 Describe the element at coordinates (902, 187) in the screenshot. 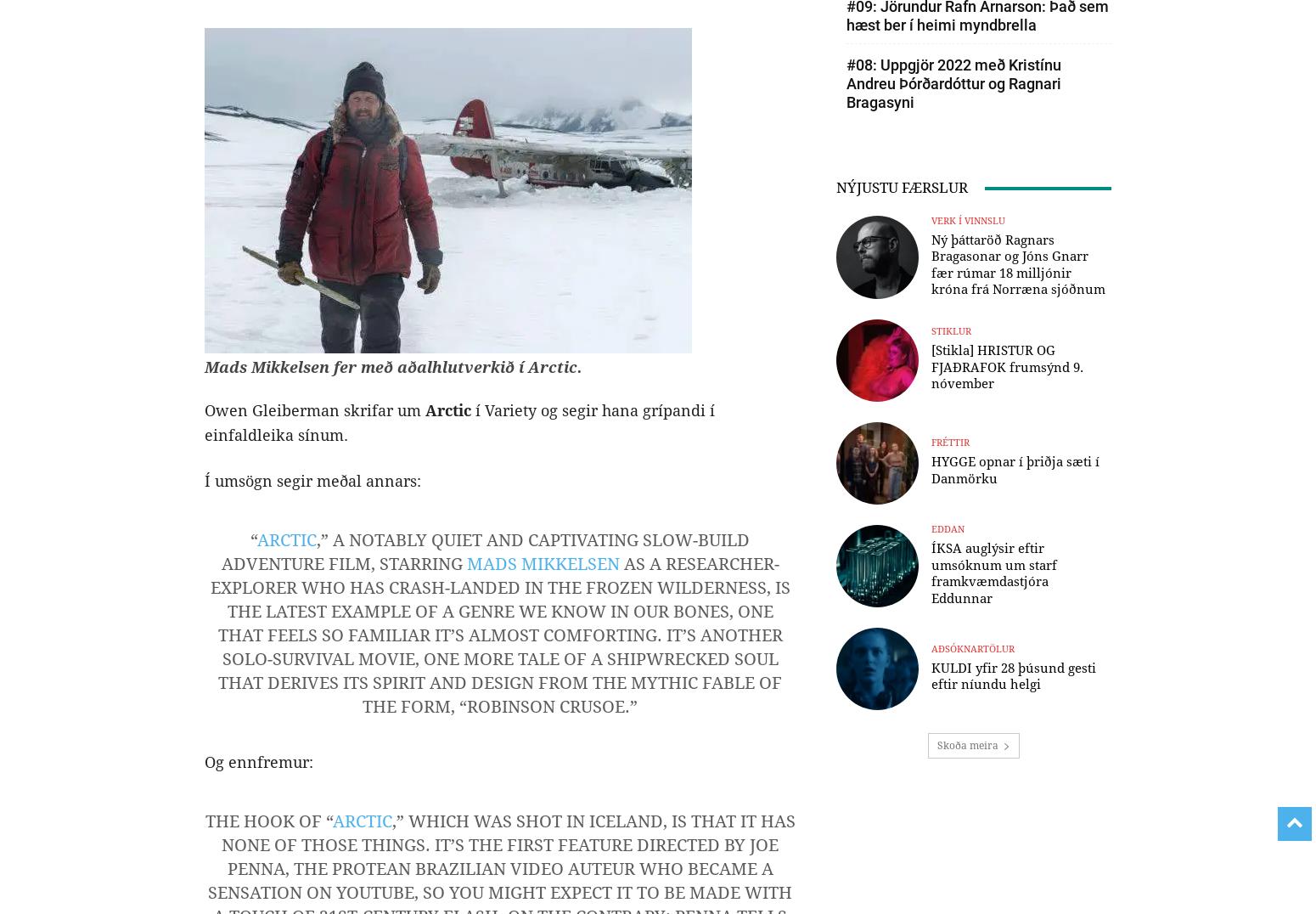

I see `'NÝJUSTU FÆRSLUR'` at that location.